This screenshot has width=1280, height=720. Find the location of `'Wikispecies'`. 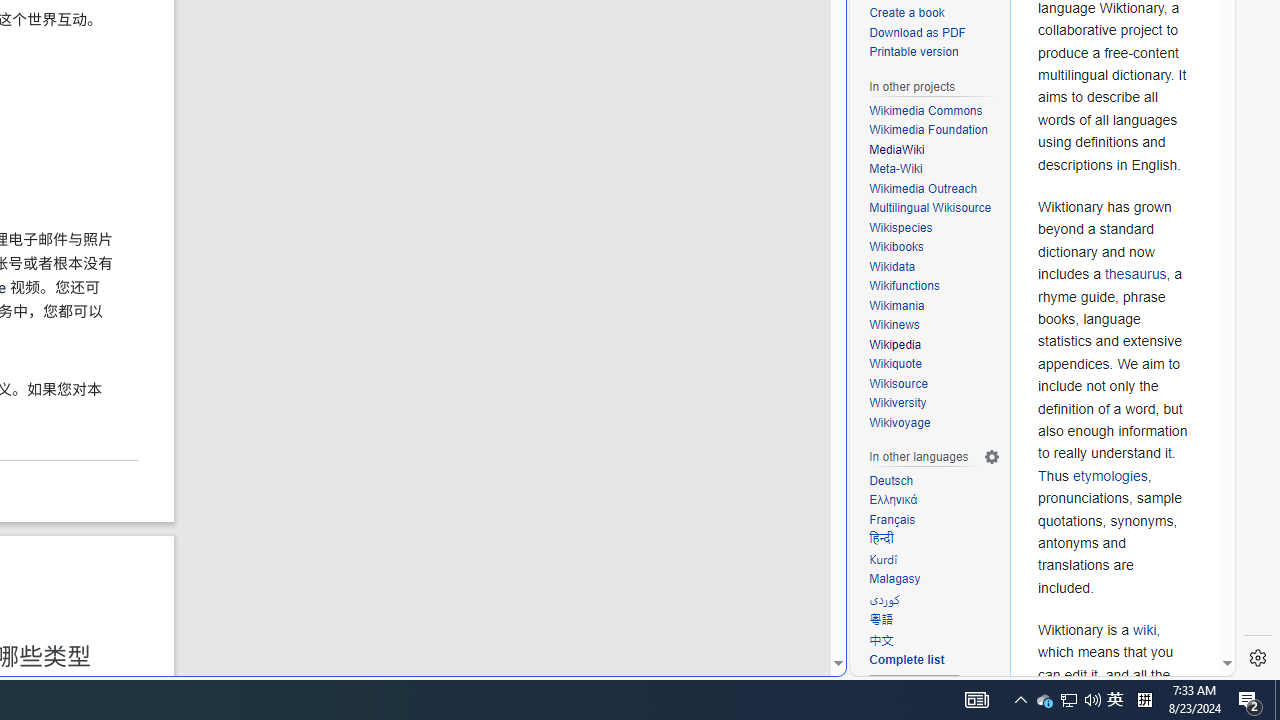

'Wikispecies' is located at coordinates (900, 226).